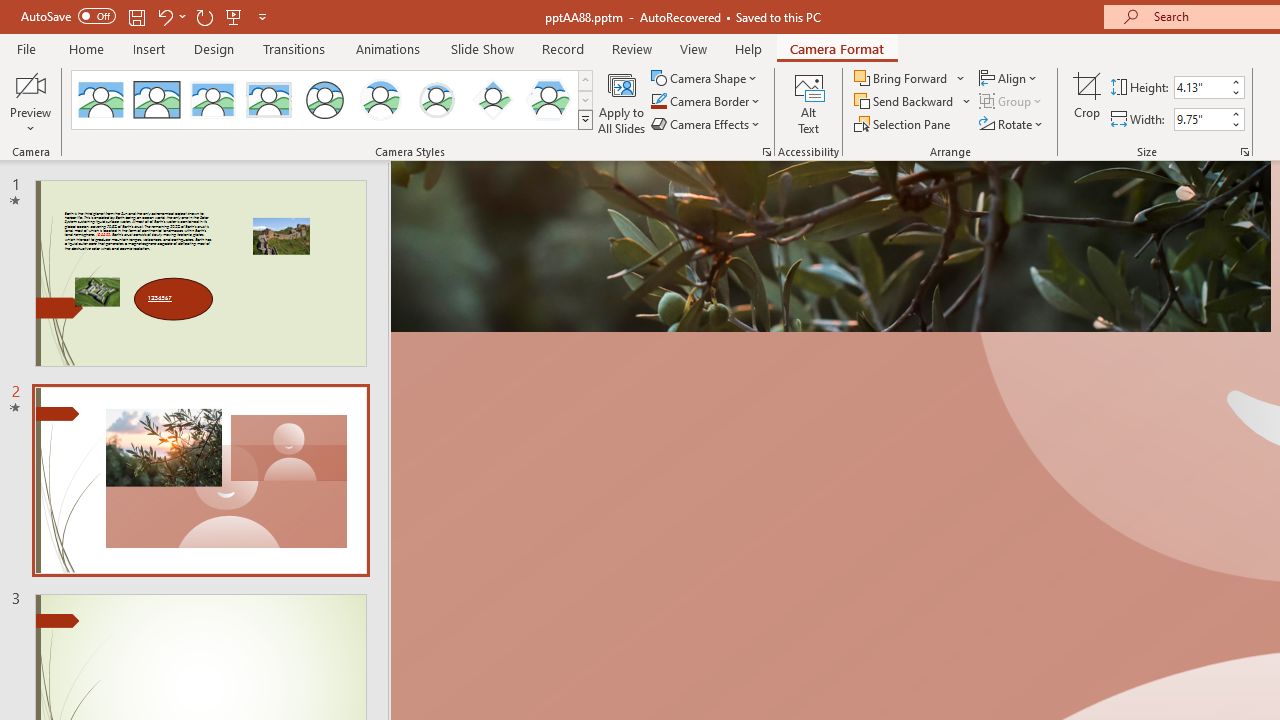  Describe the element at coordinates (1009, 77) in the screenshot. I see `'Align'` at that location.